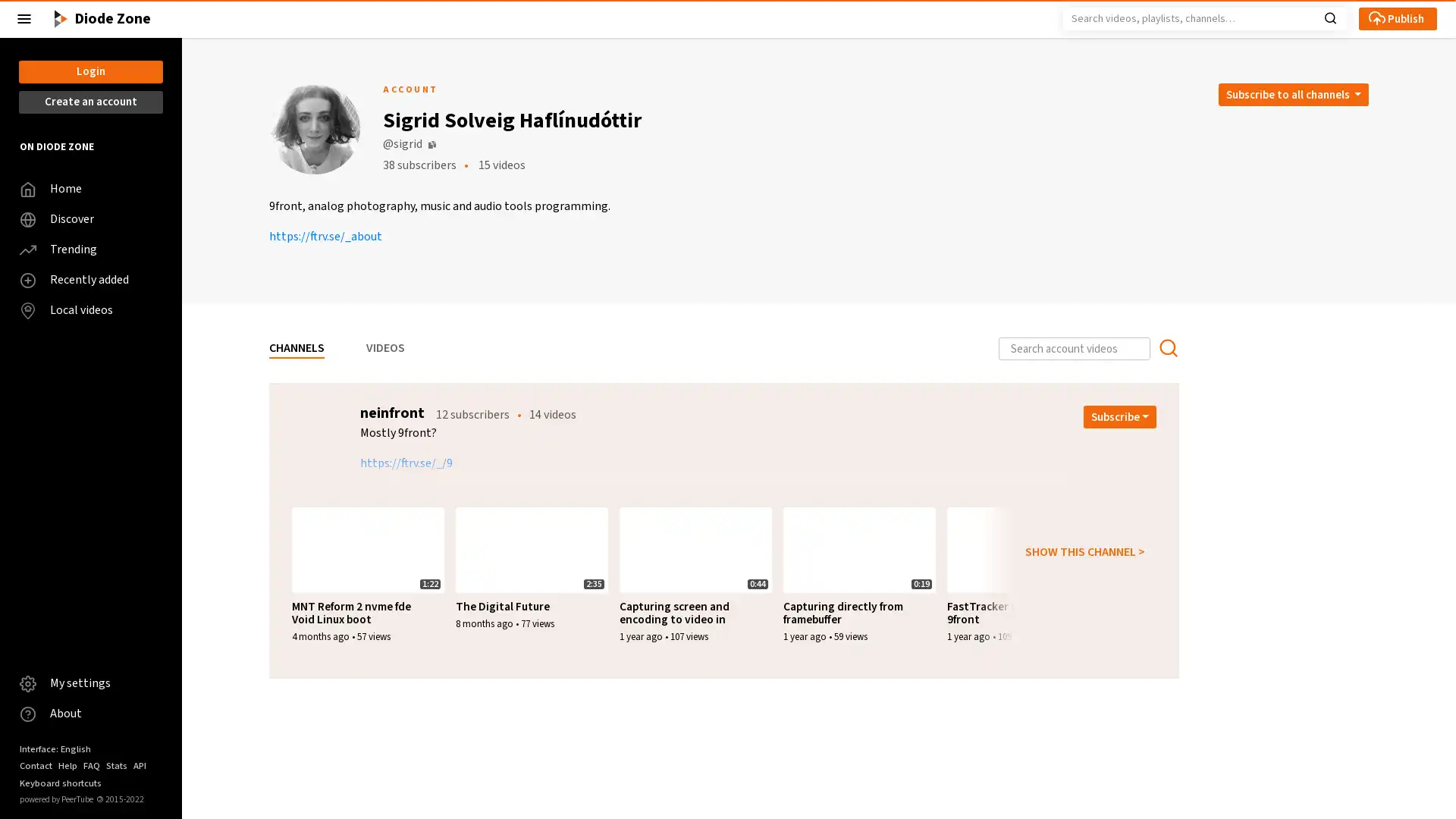 Image resolution: width=1456 pixels, height=819 pixels. What do you see at coordinates (1120, 734) in the screenshot?
I see `Open subscription dropdown` at bounding box center [1120, 734].